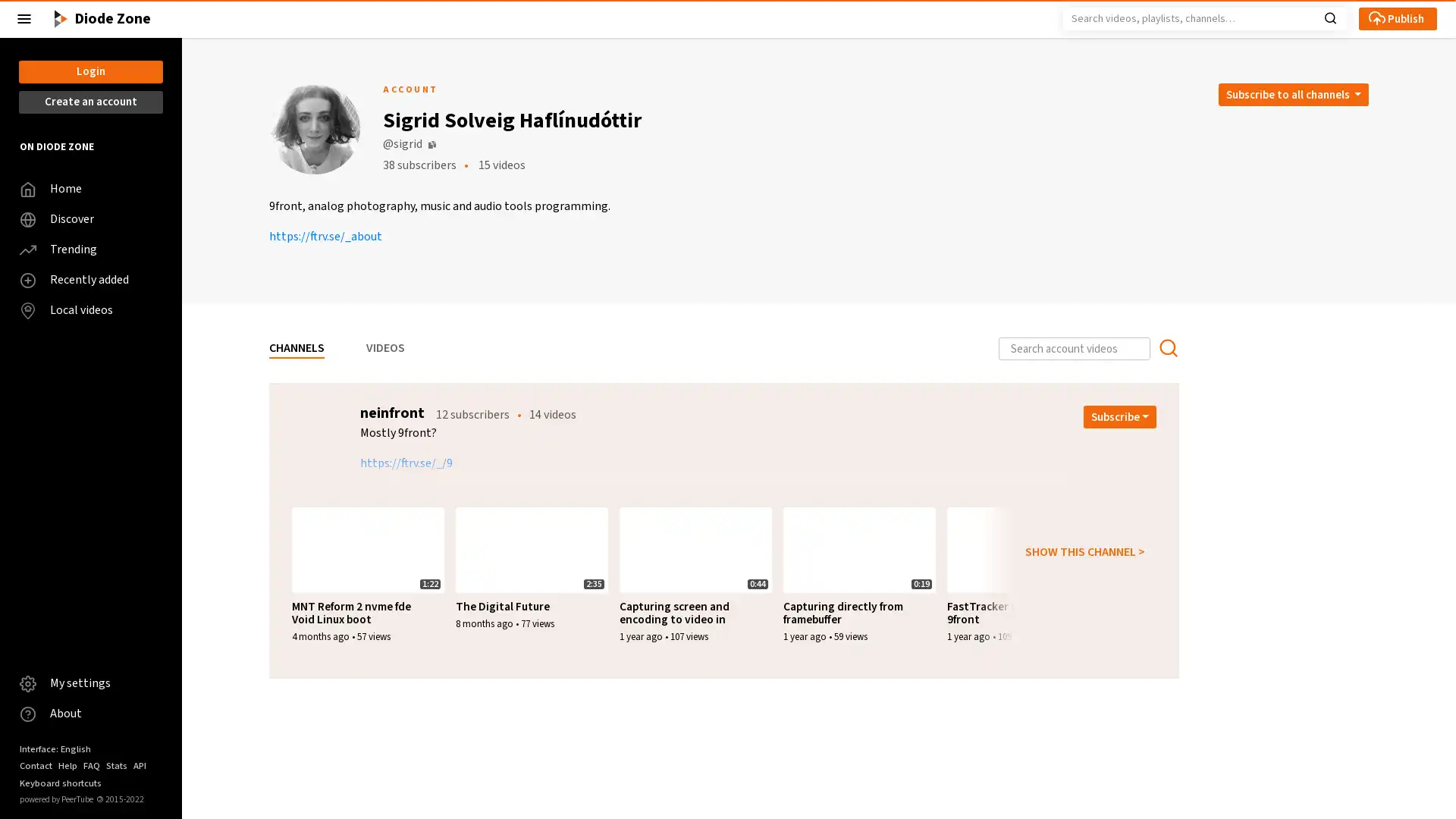 Image resolution: width=1456 pixels, height=819 pixels. What do you see at coordinates (1120, 734) in the screenshot?
I see `Open subscription dropdown` at bounding box center [1120, 734].